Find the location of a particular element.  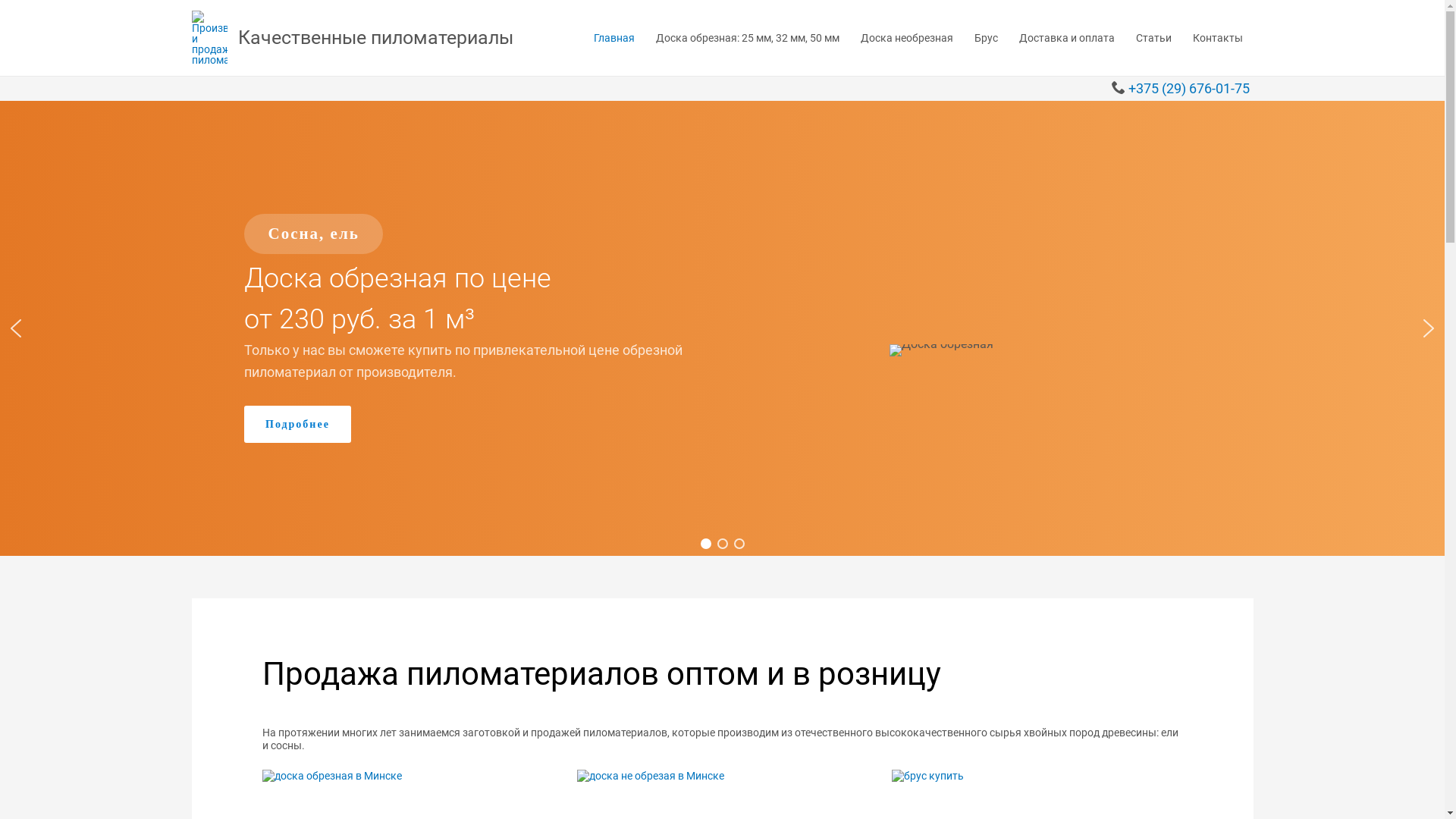

'+375 (29) 676-01-75' is located at coordinates (1188, 88).